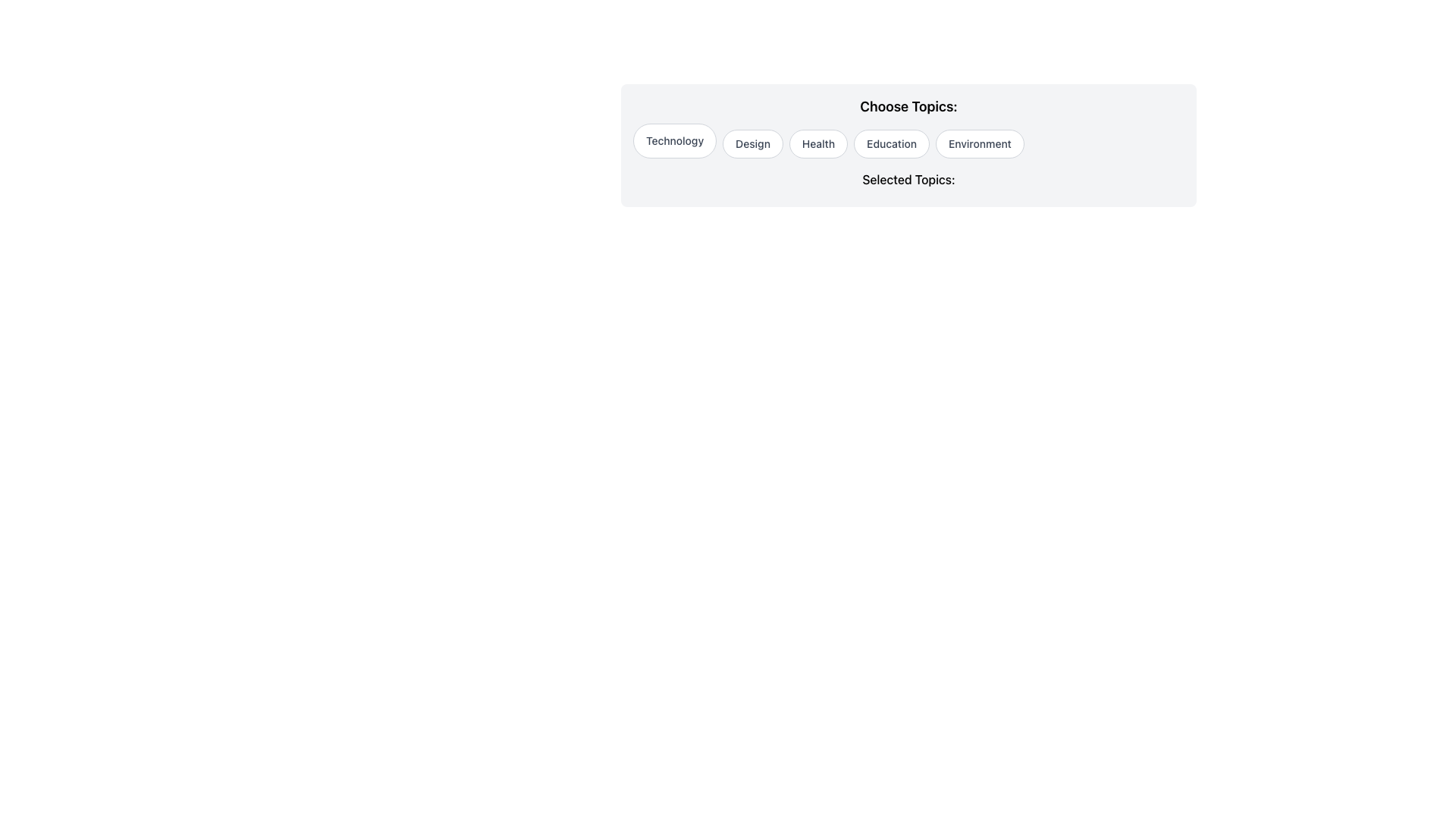 This screenshot has width=1456, height=819. Describe the element at coordinates (817, 143) in the screenshot. I see `the 'Health' button, which is the third button from the left in the 'Choose Topics' section` at that location.